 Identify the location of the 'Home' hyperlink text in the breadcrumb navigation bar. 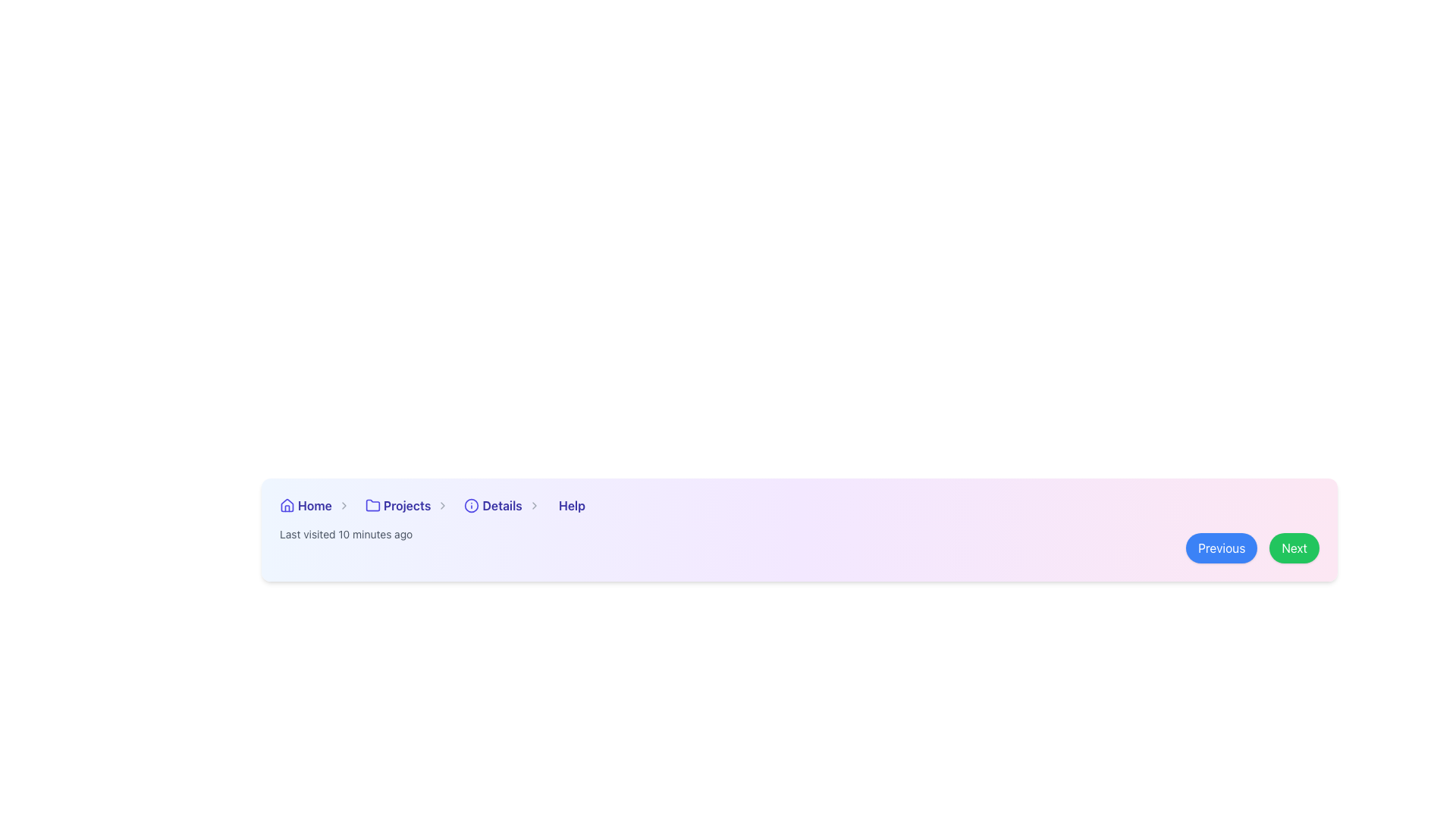
(313, 506).